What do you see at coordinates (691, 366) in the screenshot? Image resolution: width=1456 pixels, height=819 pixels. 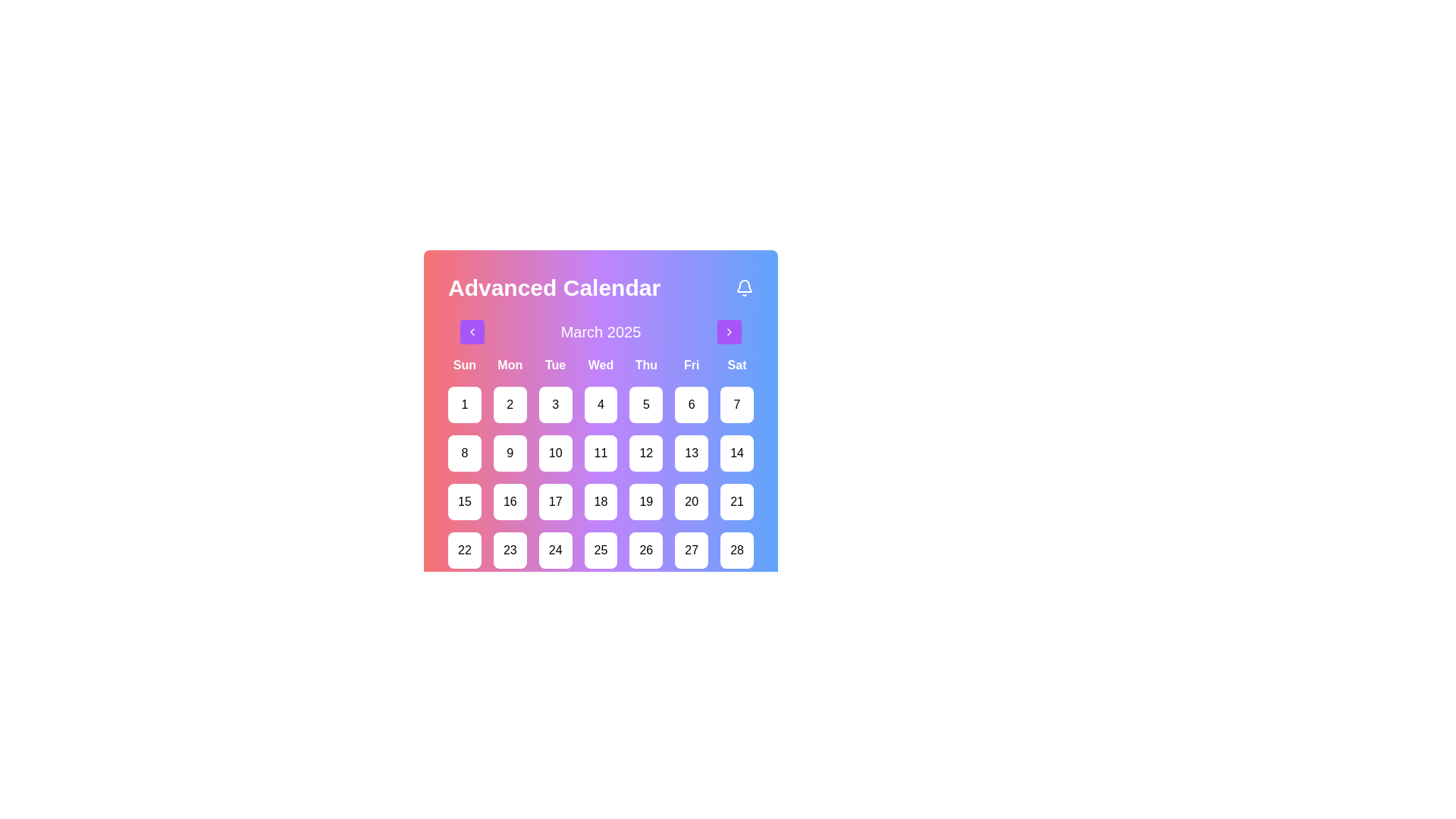 I see `the static label displaying 'Fri', which is the sixth label in the calendar header, styled with bold font and centered alignment` at bounding box center [691, 366].